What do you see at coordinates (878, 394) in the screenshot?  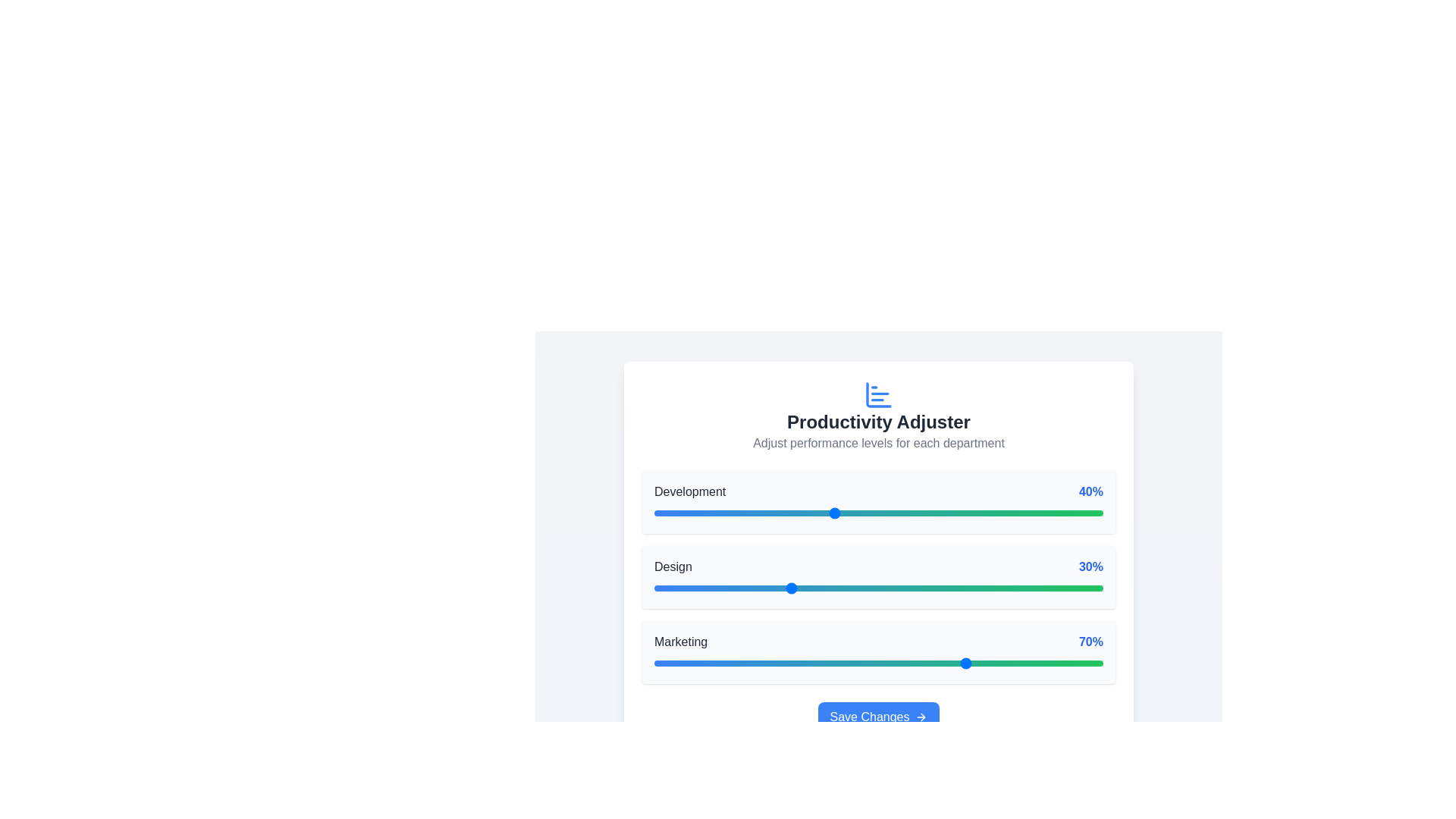 I see `the blue icon resembling a bar chart, which consists of three horizontal lines of varying lengths with rounded corners, positioned directly above the heading 'Productivity Adjuster'` at bounding box center [878, 394].